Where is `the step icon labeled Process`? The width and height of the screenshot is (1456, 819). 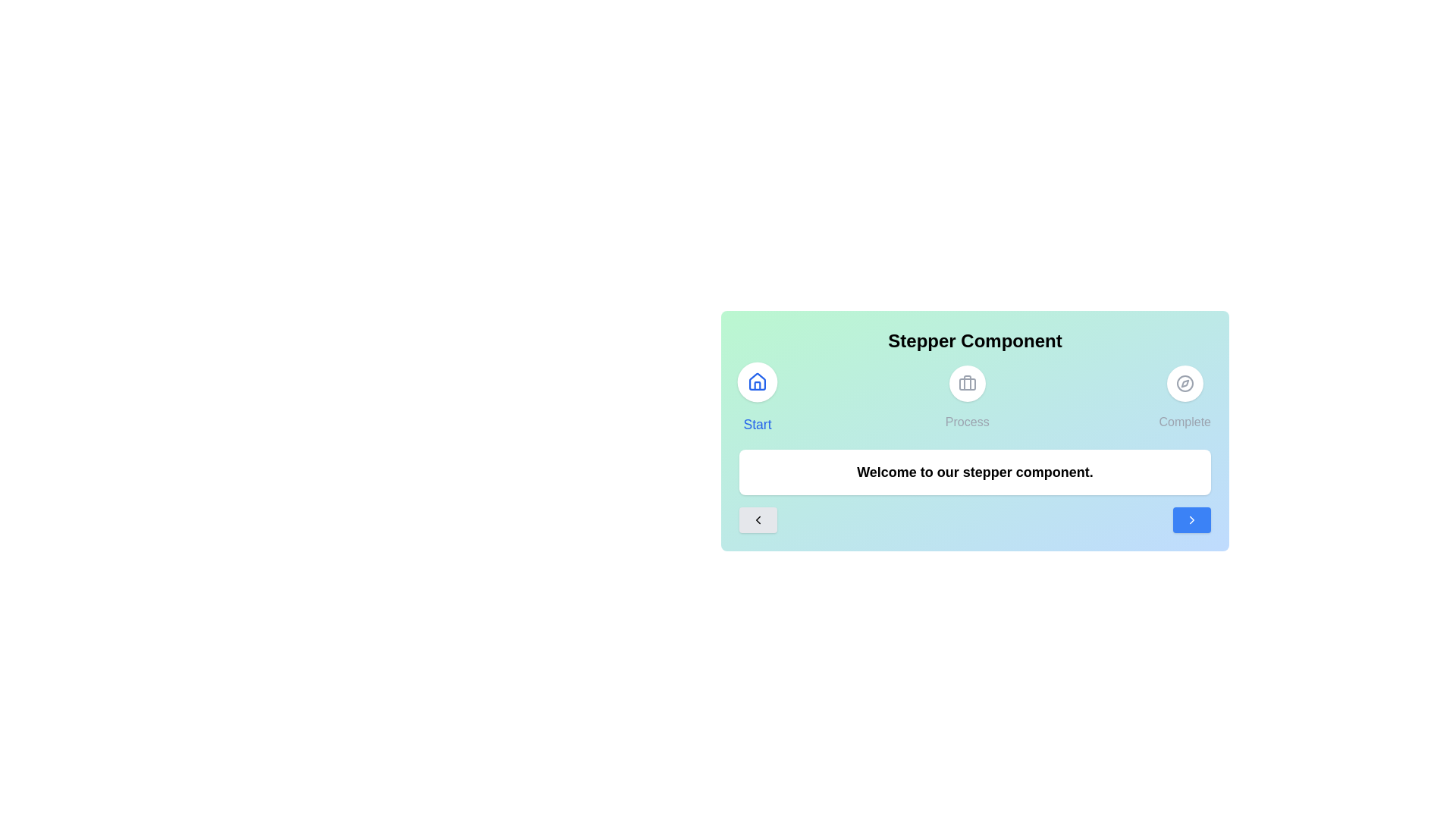 the step icon labeled Process is located at coordinates (966, 397).